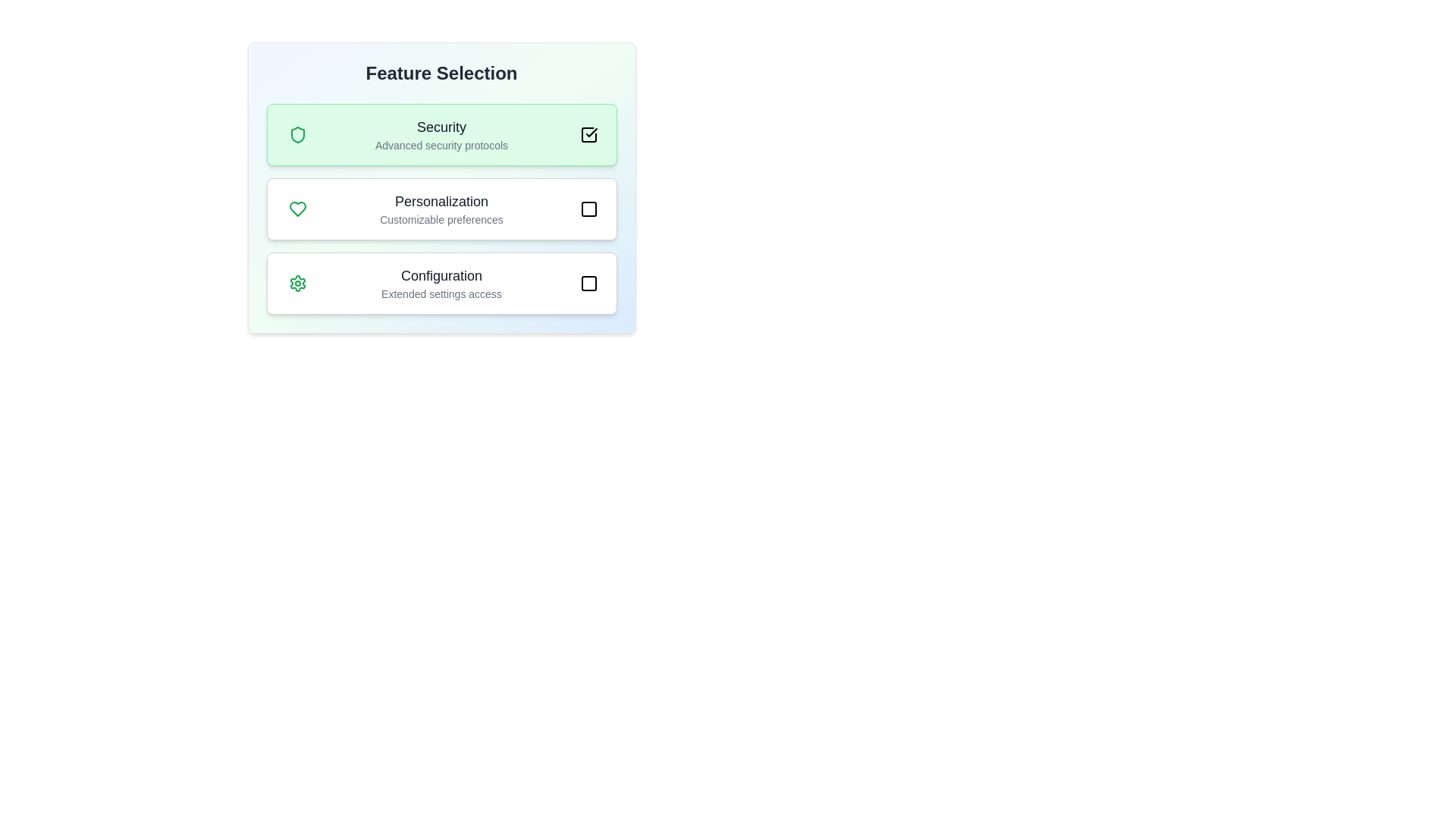  What do you see at coordinates (588, 133) in the screenshot?
I see `the button with an icon that toggles the 'Security' option, located at the top-right corner of the 'Security' section` at bounding box center [588, 133].